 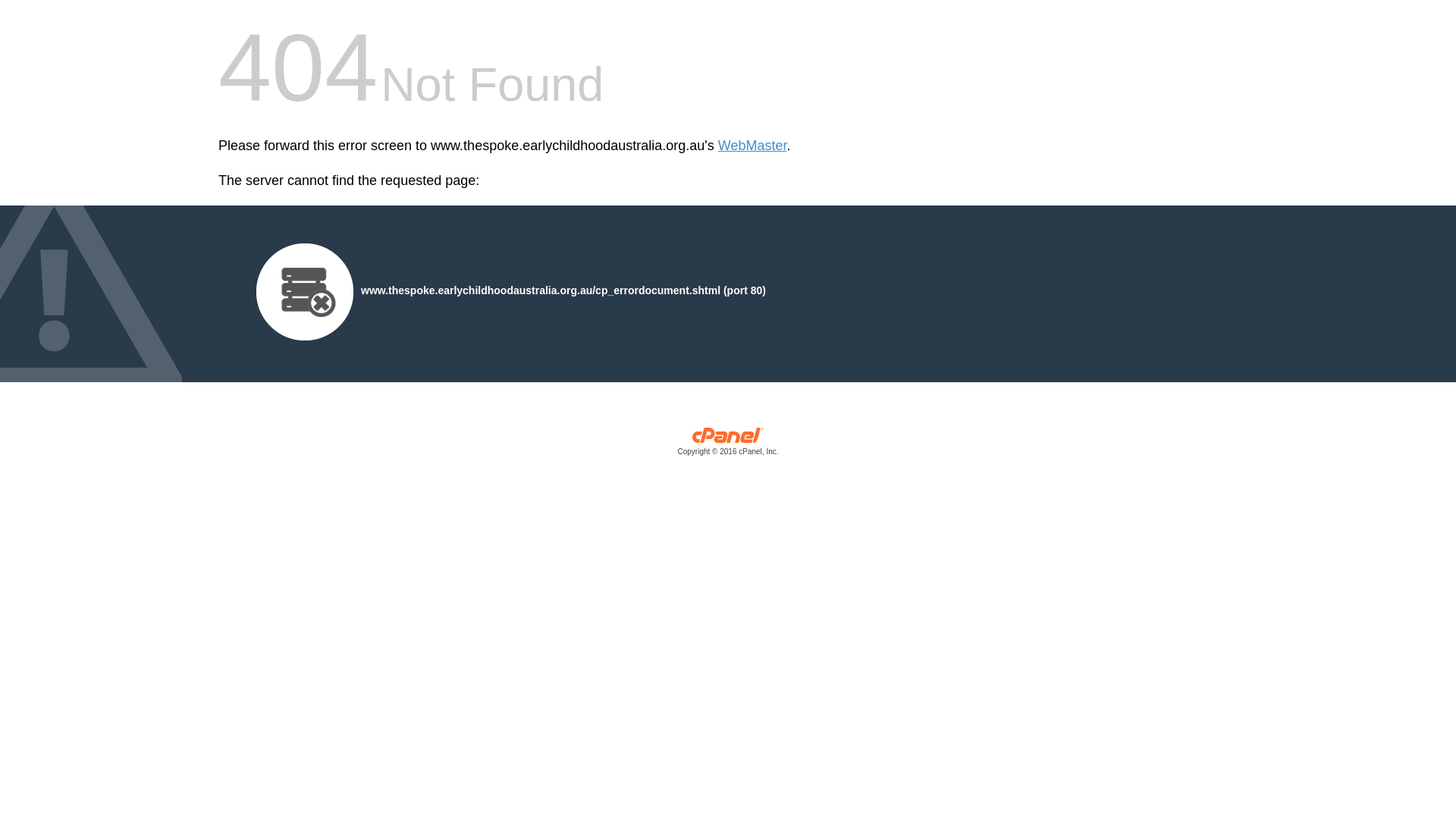 I want to click on 'WebMaster', so click(x=717, y=146).